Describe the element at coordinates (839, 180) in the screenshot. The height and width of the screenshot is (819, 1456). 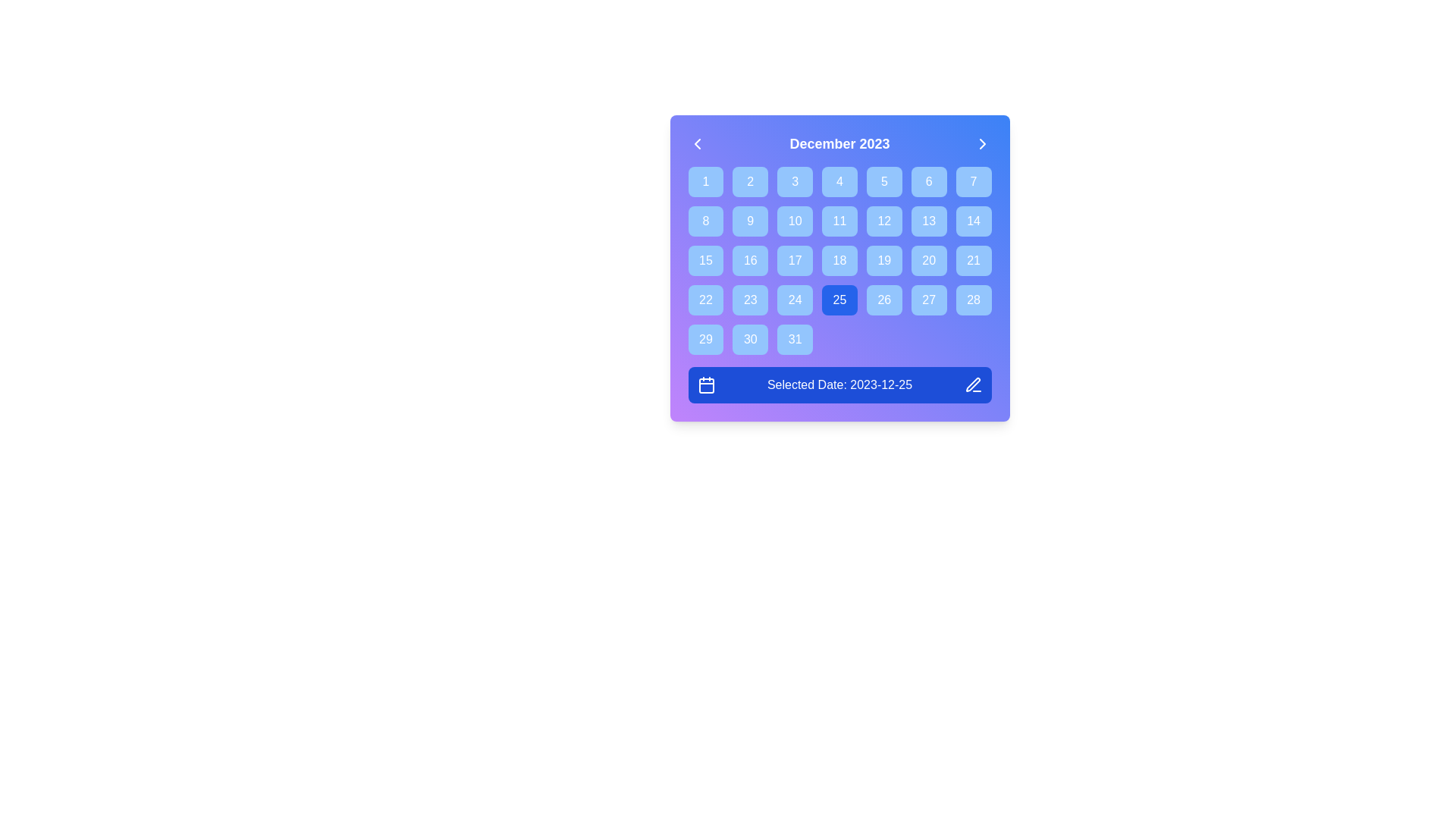
I see `the button labeled '4' in the calendar grid to observe its hover effect` at that location.